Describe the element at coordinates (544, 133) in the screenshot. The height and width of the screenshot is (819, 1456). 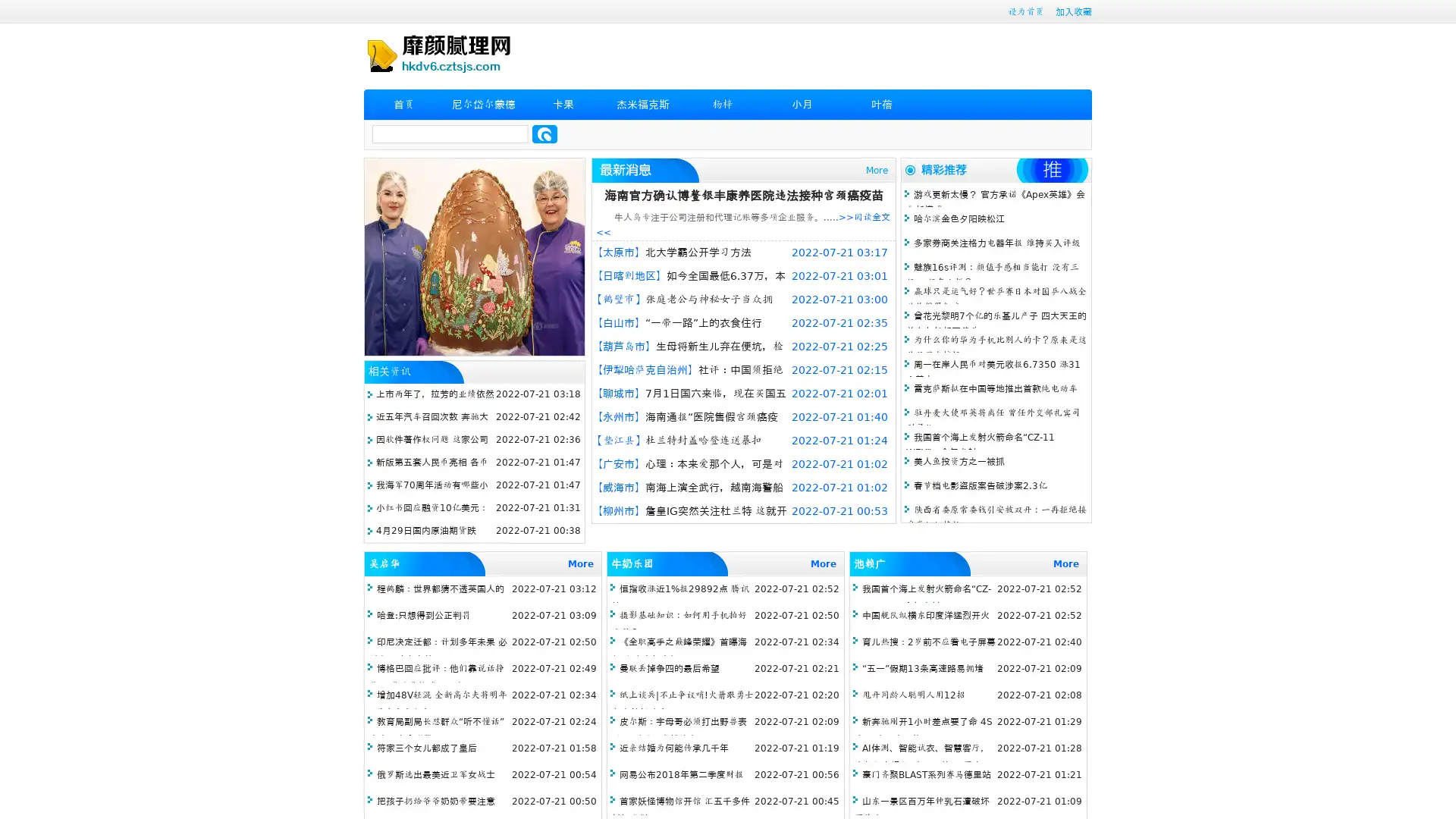
I see `Search` at that location.